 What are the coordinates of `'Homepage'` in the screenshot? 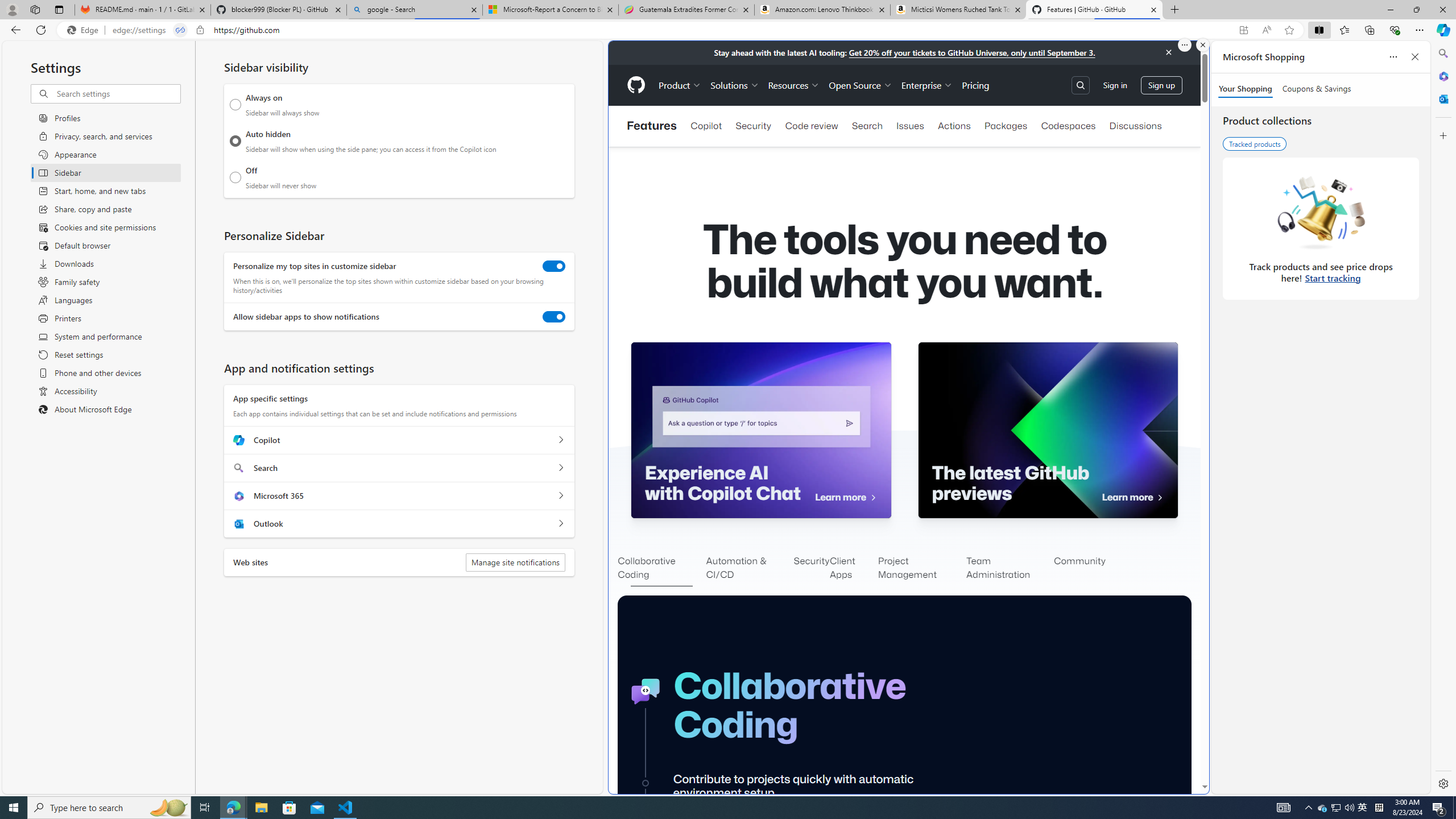 It's located at (635, 85).